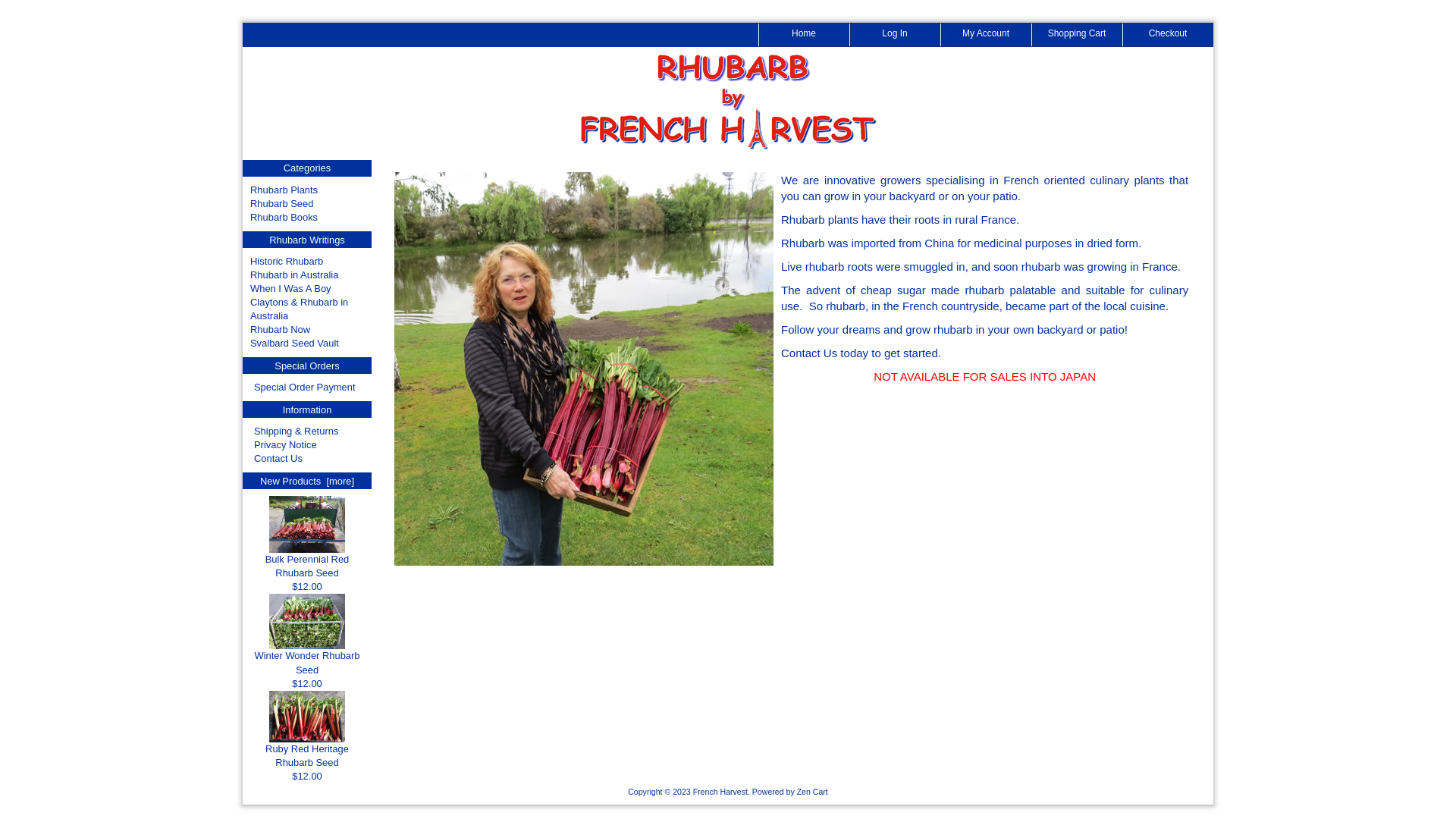  What do you see at coordinates (758, 34) in the screenshot?
I see `'Home'` at bounding box center [758, 34].